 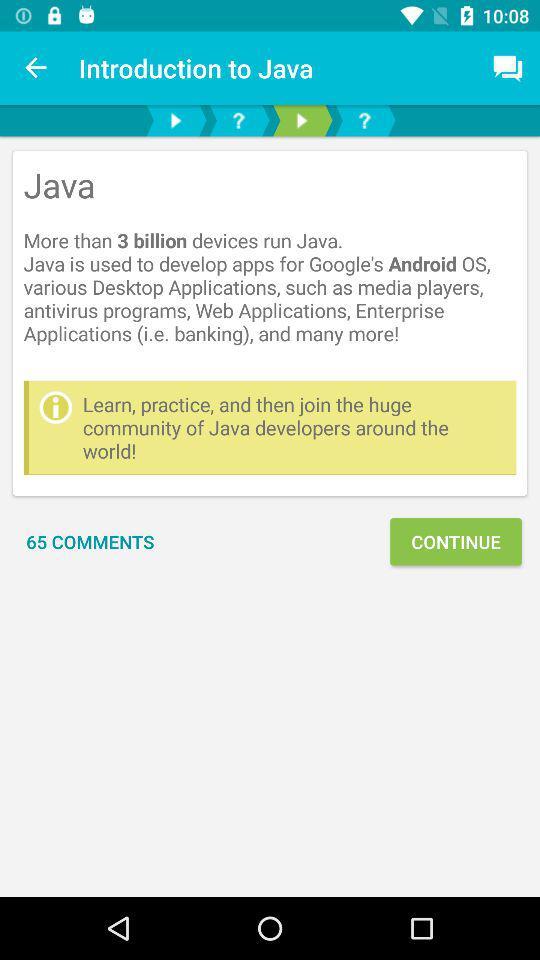 I want to click on request help, so click(x=363, y=120).